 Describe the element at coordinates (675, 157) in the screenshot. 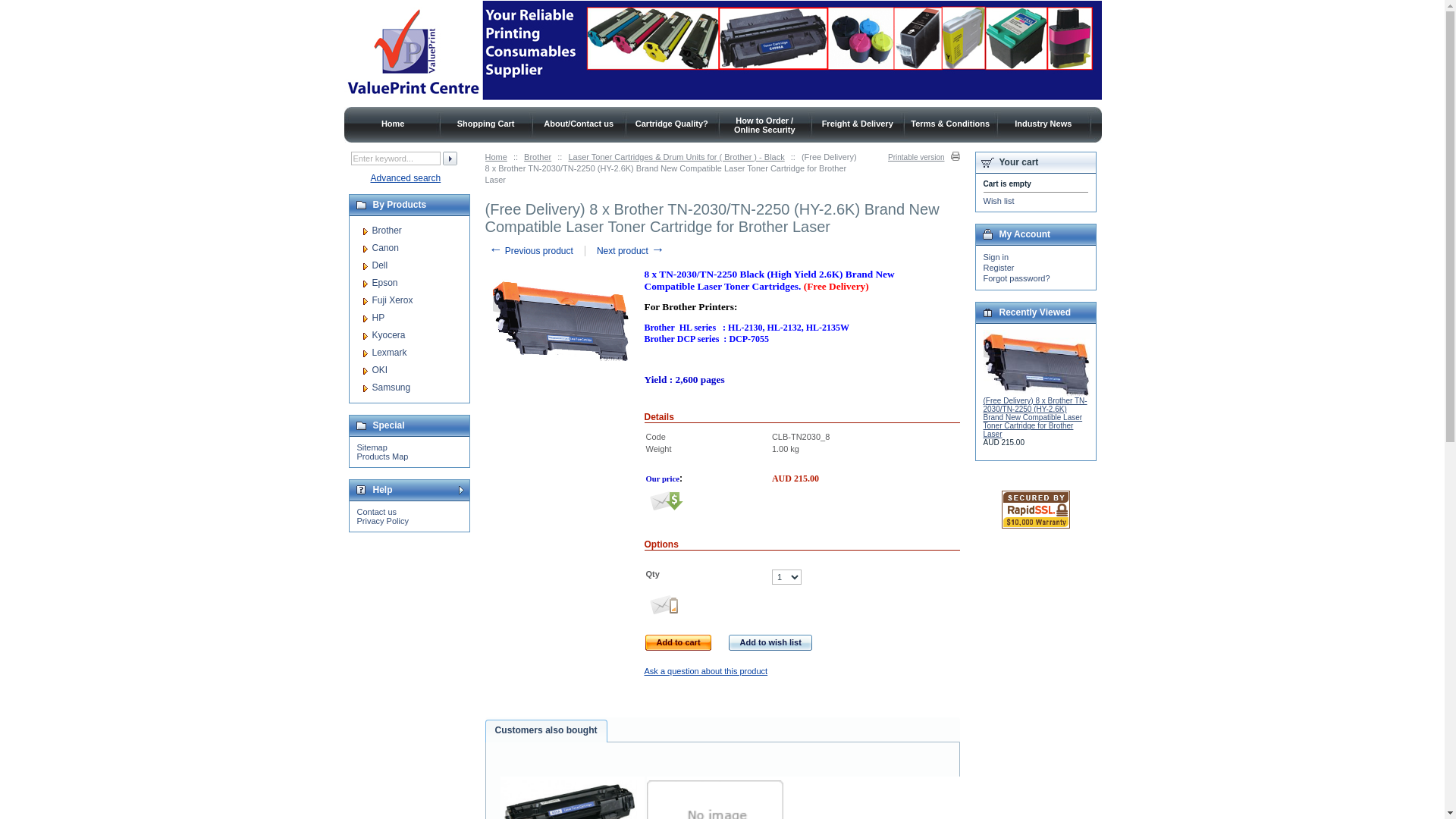

I see `'Laser Toner Cartridges & Drum Units for ( Brother ) - Black'` at that location.